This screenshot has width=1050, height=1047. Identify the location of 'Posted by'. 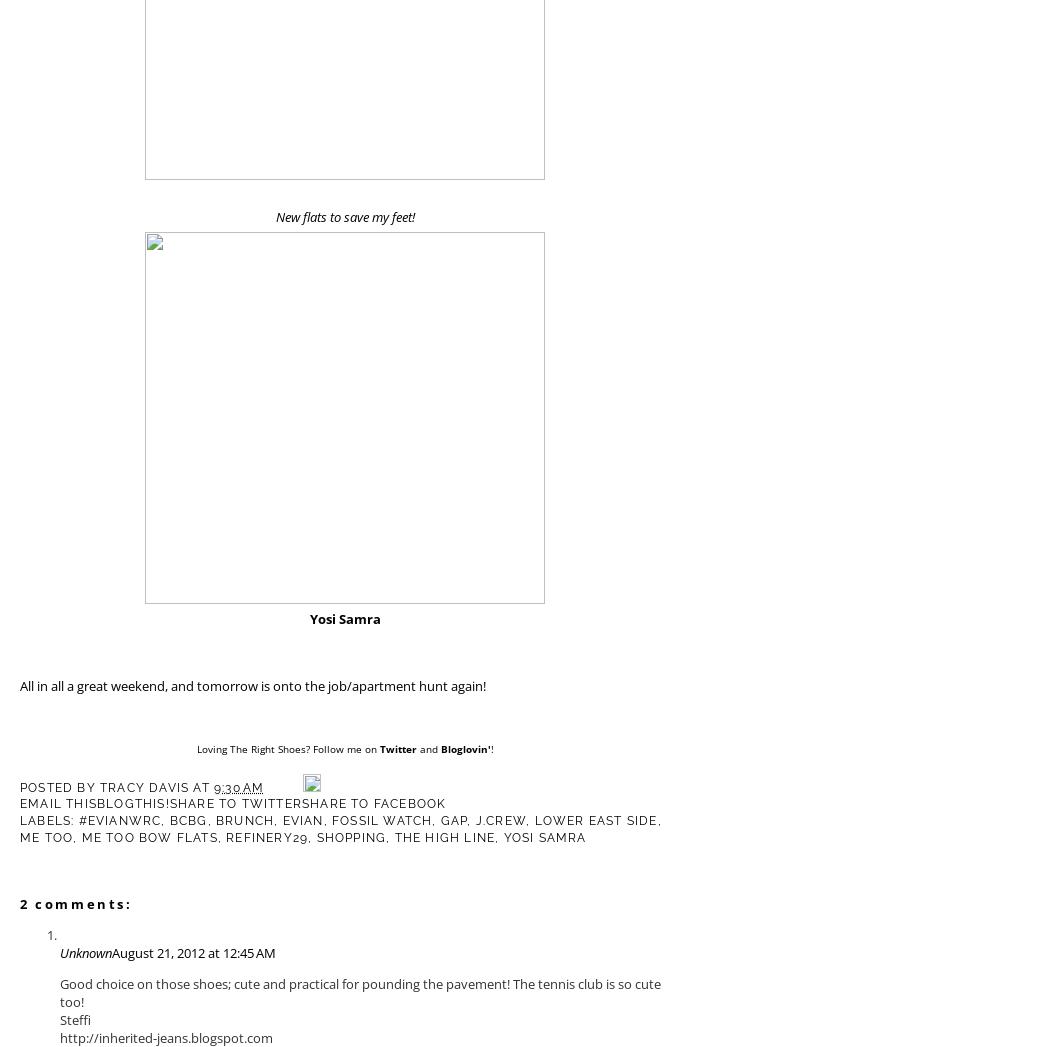
(19, 786).